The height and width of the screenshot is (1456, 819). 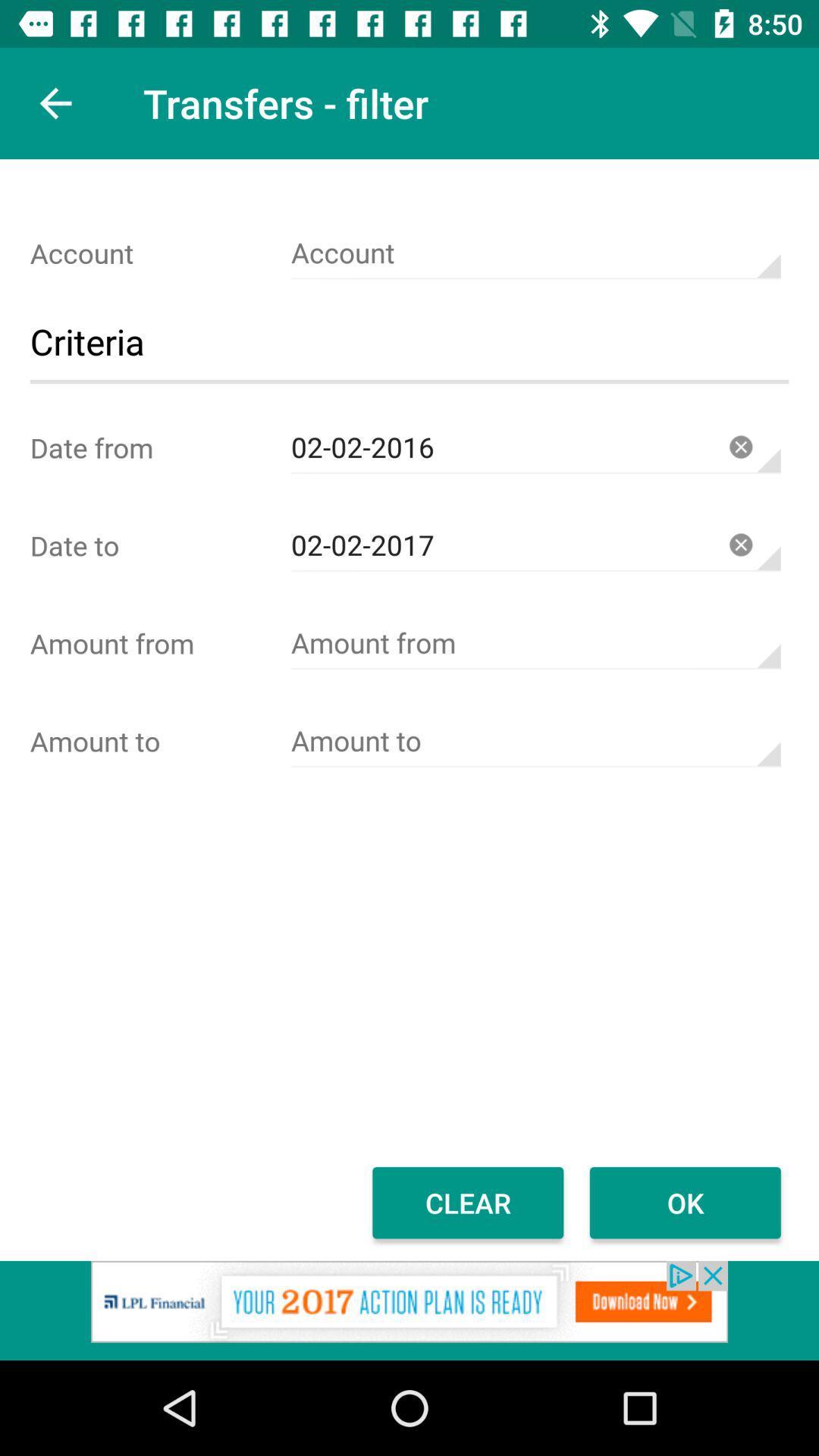 I want to click on input account information, so click(x=535, y=253).